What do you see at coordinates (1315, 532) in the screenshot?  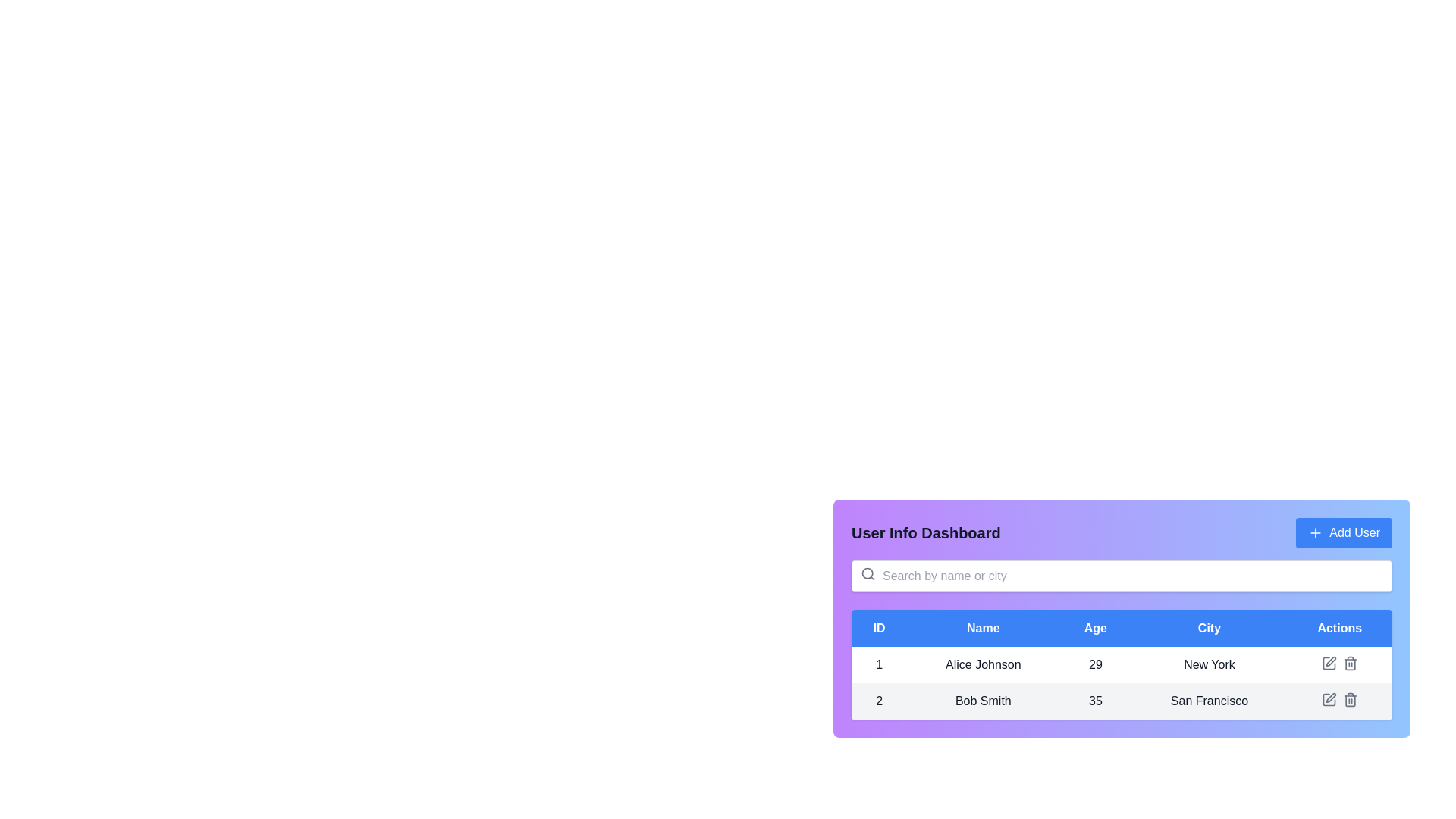 I see `the plus icon inside the 'Add User' button, which is styled with white text on a blue background and located in the upper-right corner of the interface` at bounding box center [1315, 532].